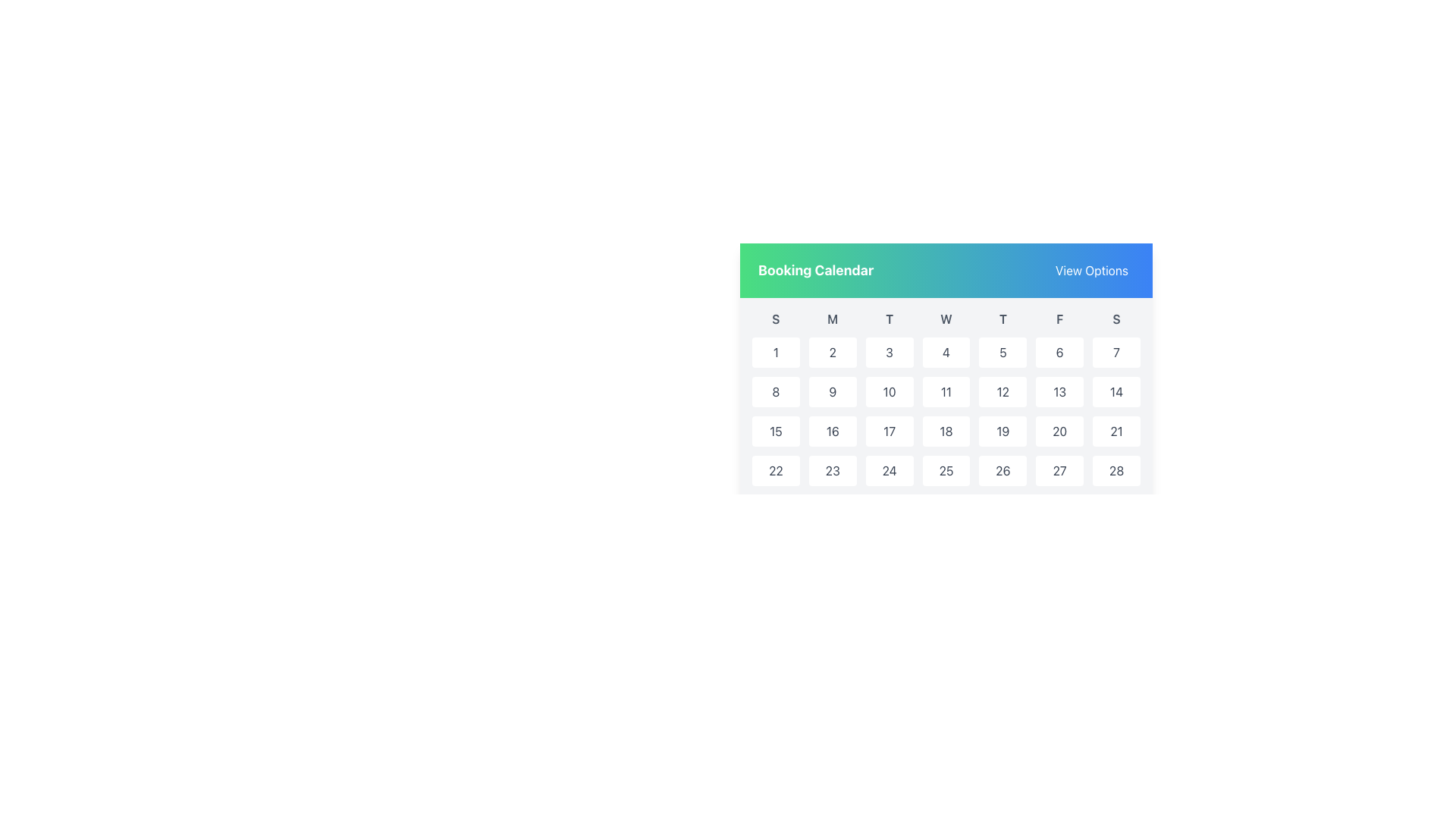 The height and width of the screenshot is (819, 1456). What do you see at coordinates (946, 318) in the screenshot?
I see `the bold letter 'W' which represents the fourth day in the calendar's row of days, located between 'T' and the second 'T'` at bounding box center [946, 318].